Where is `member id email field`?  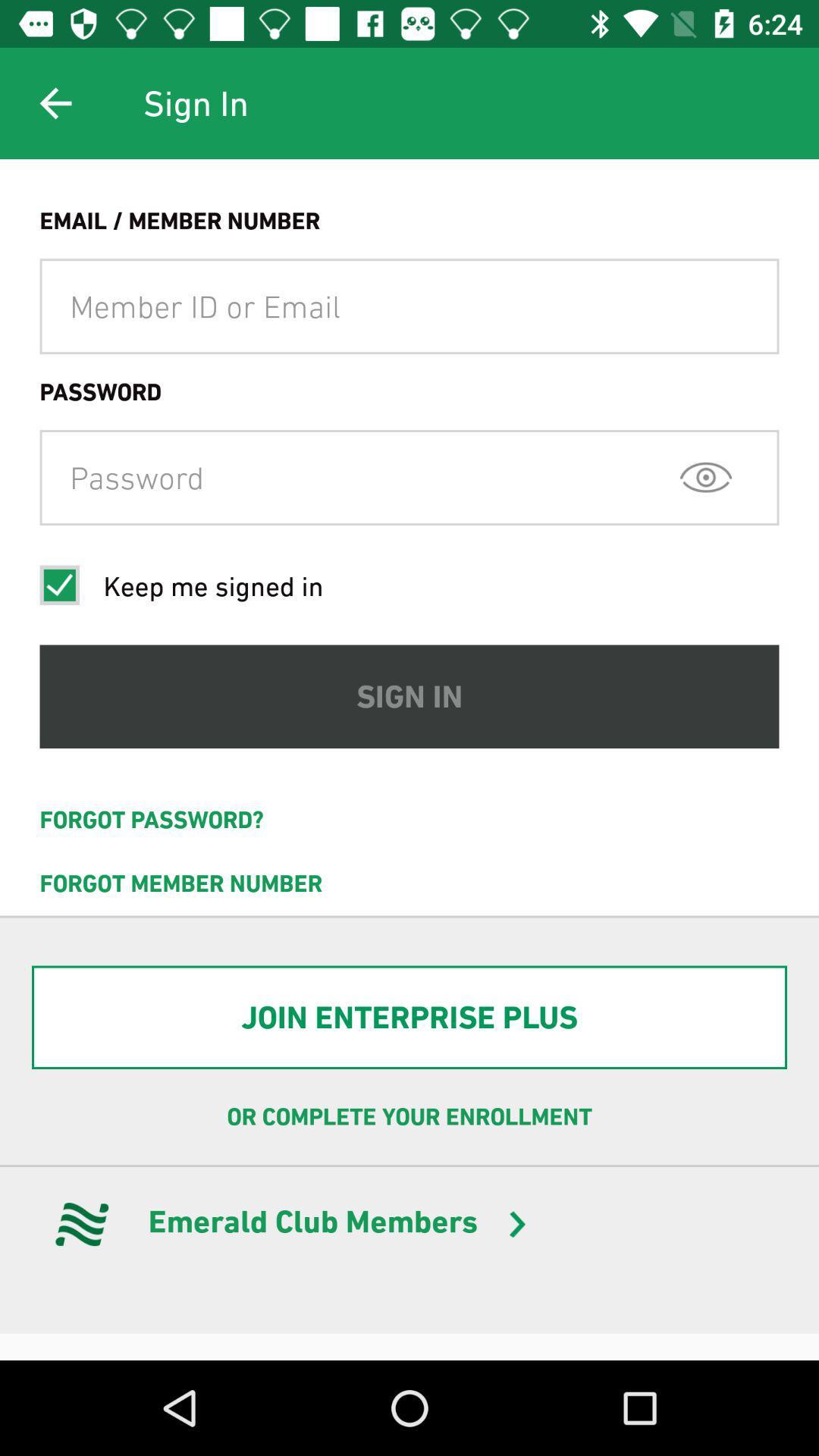 member id email field is located at coordinates (409, 306).